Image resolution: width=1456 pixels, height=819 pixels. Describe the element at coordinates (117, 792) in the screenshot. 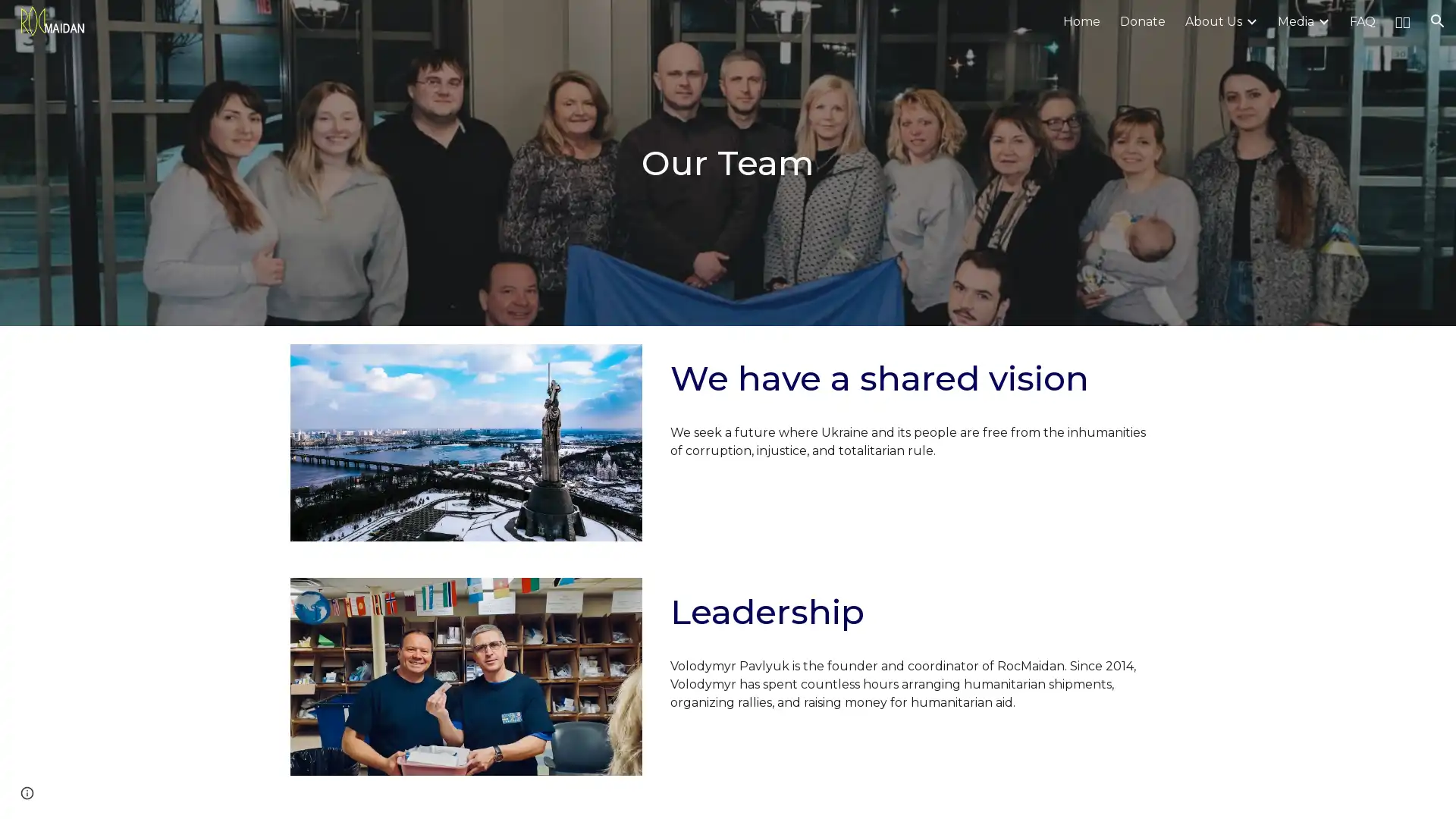

I see `Google Sites` at that location.